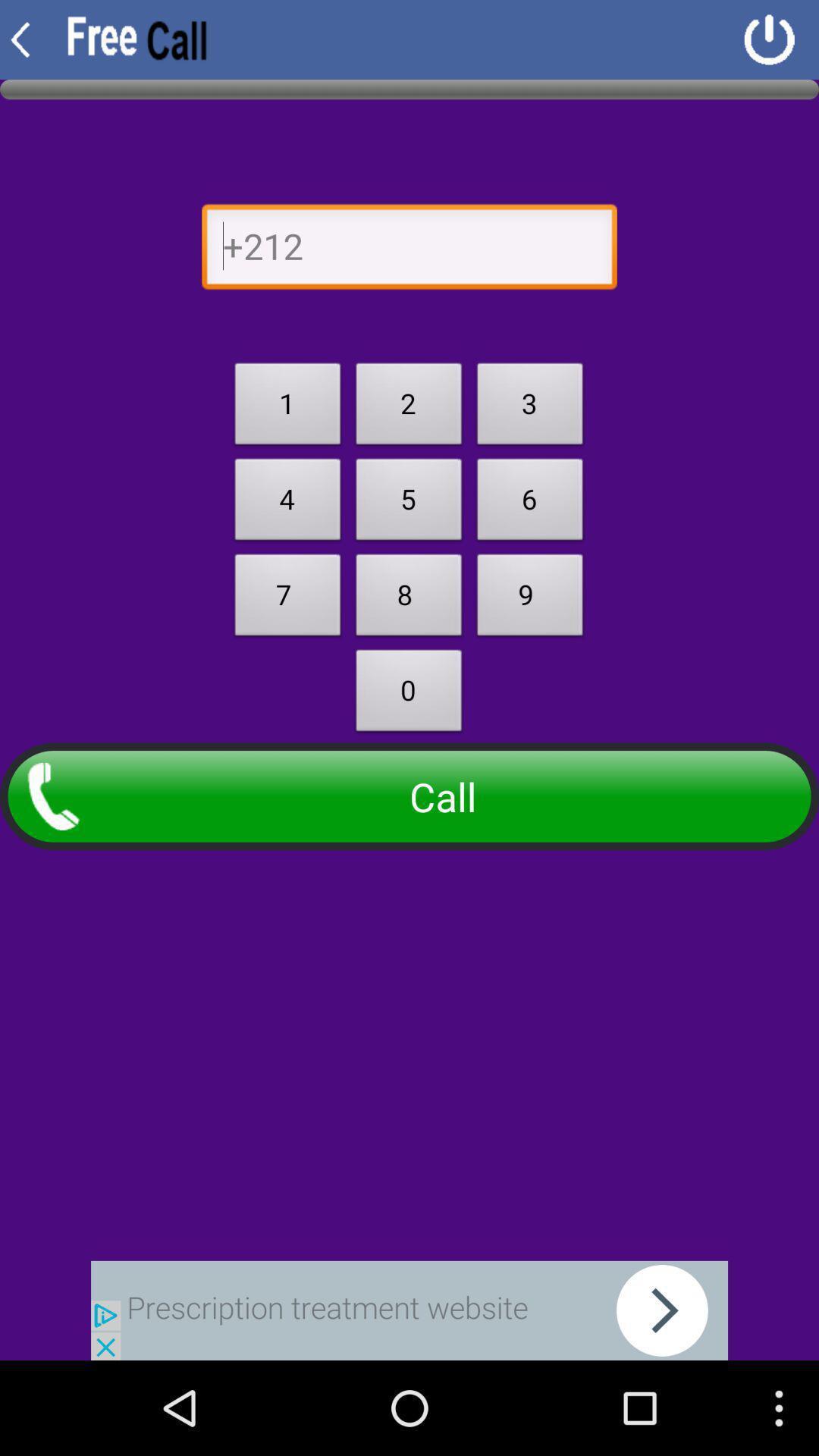 The width and height of the screenshot is (819, 1456). What do you see at coordinates (409, 250) in the screenshot?
I see `number input text box` at bounding box center [409, 250].